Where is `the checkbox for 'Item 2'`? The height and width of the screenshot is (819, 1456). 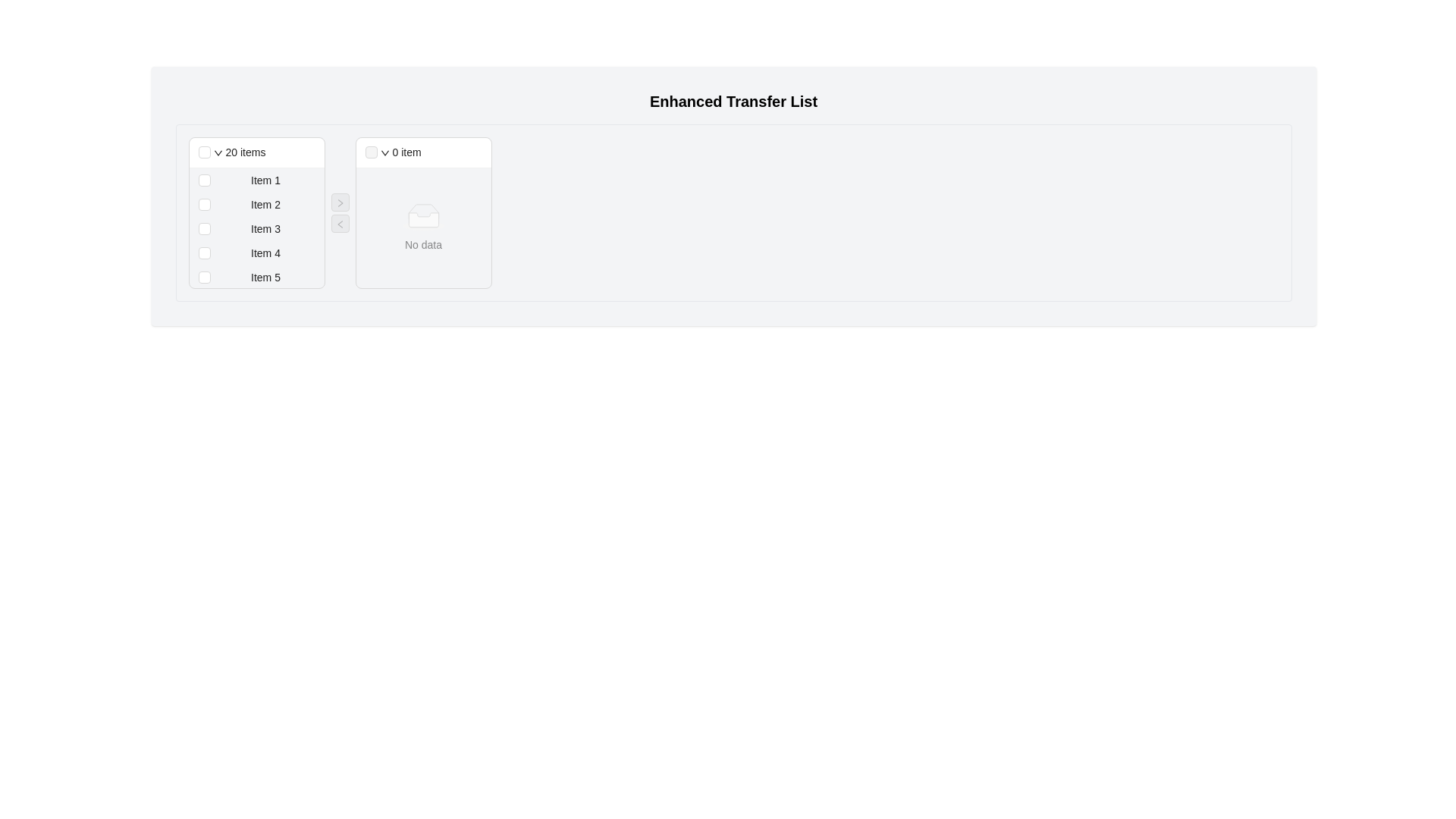 the checkbox for 'Item 2' is located at coordinates (203, 205).